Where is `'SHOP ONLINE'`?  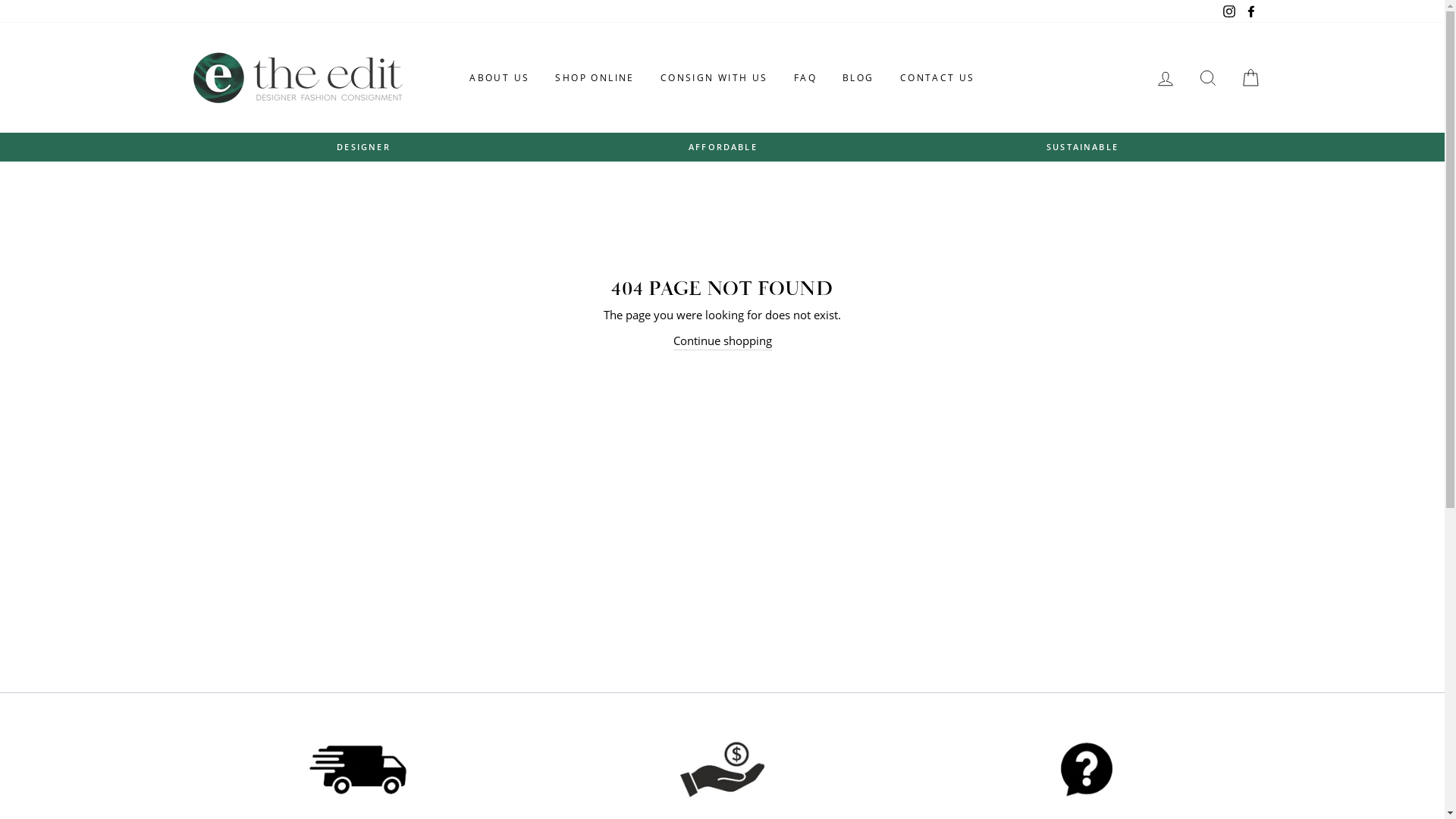 'SHOP ONLINE' is located at coordinates (593, 78).